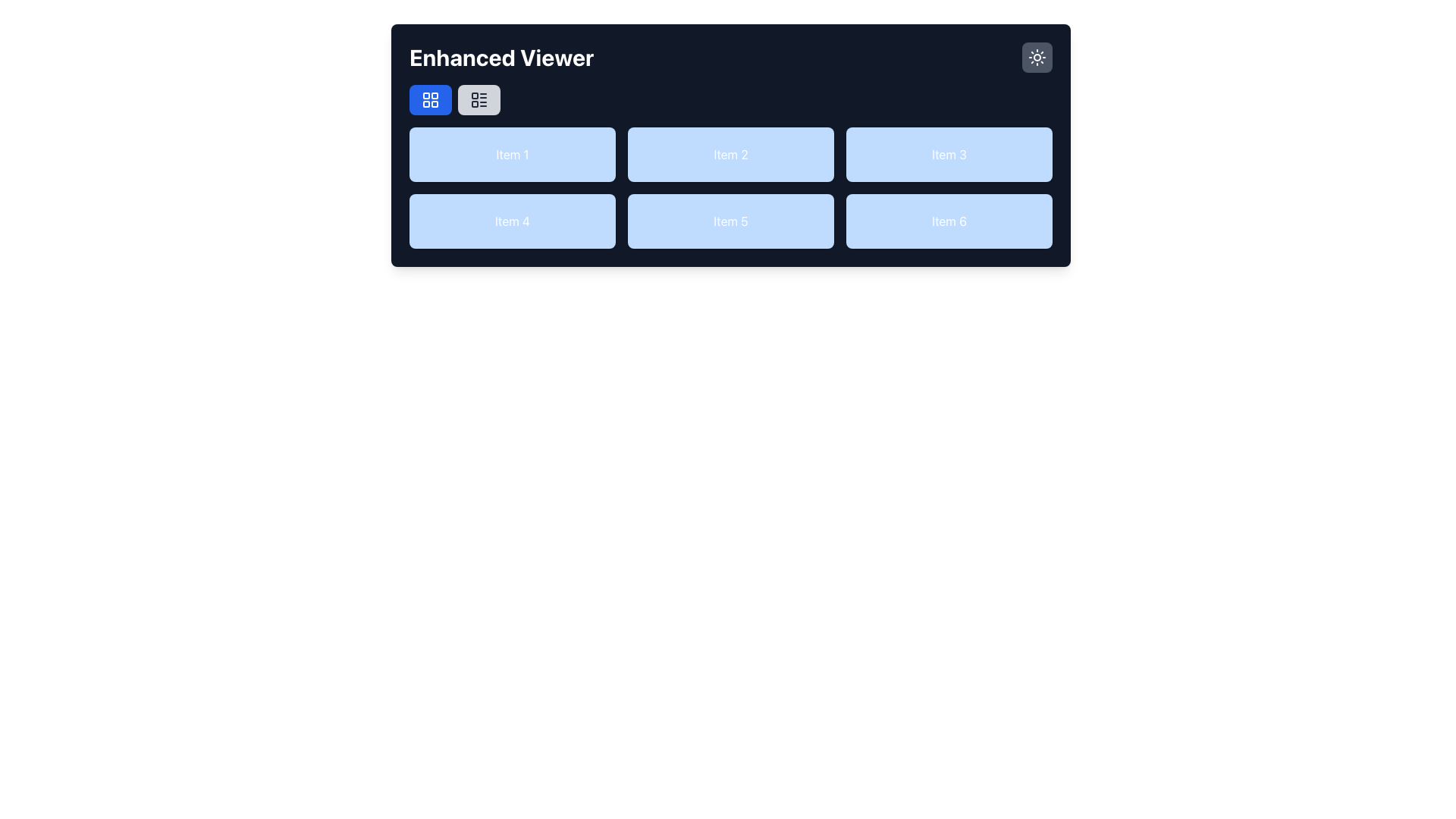  I want to click on the icon button resembling a list layout to switch to the list layout view, so click(479, 99).